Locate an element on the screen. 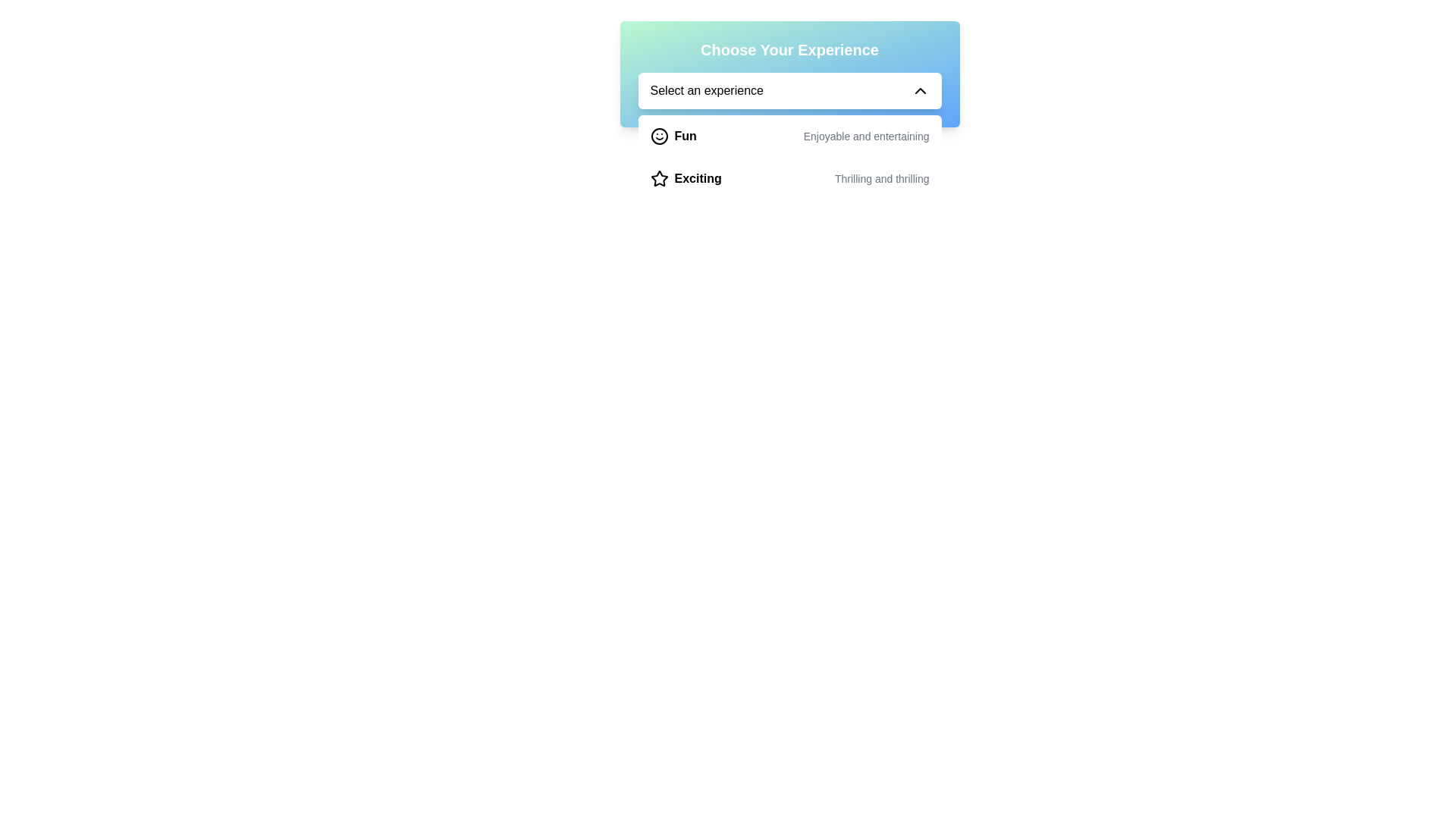  the 'Fun' experience category option in the dropdown menu to trigger a visual highlight is located at coordinates (789, 136).